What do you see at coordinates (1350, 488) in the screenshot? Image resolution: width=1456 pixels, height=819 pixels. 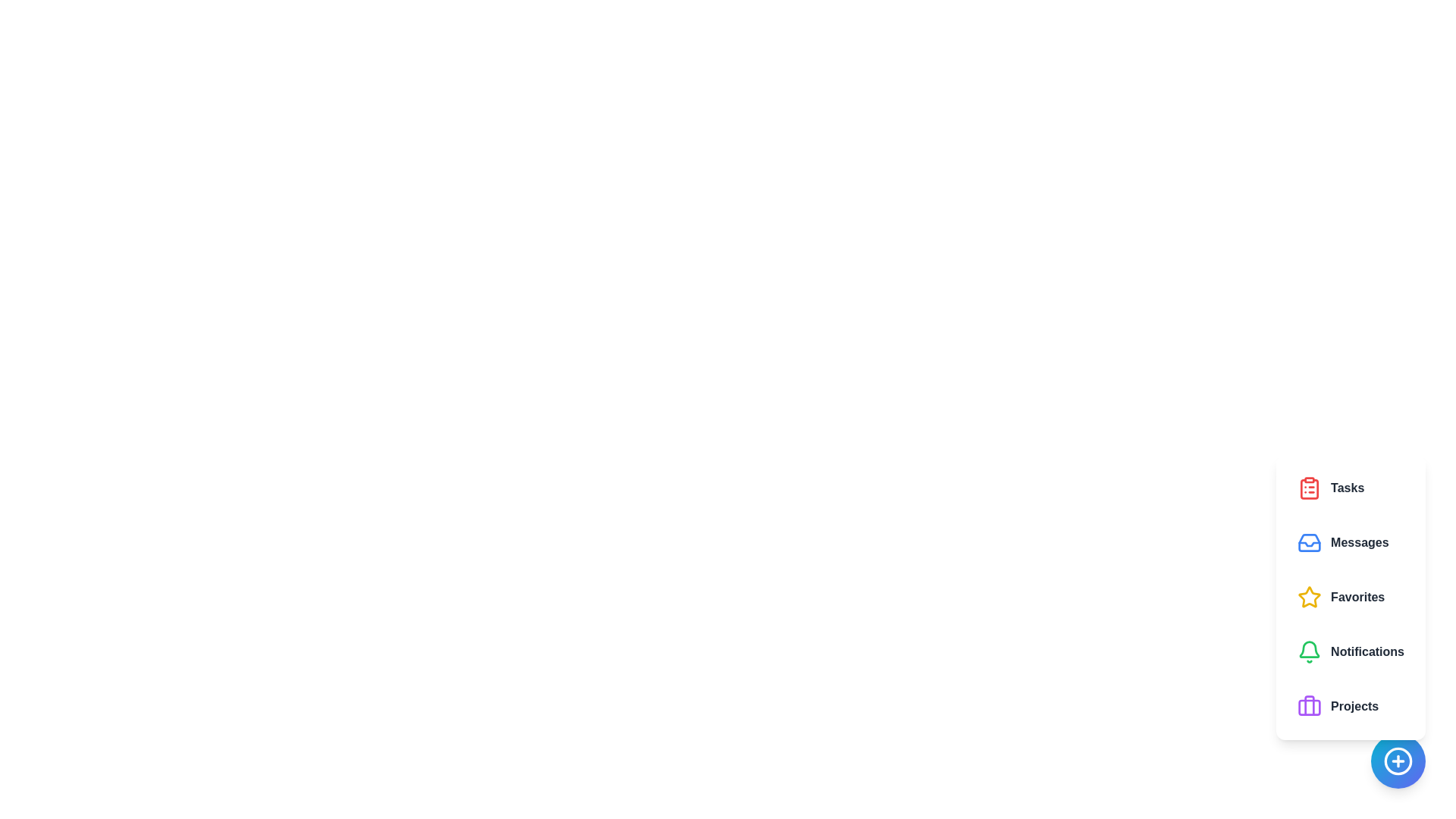 I see `the feature button corresponding to Tasks` at bounding box center [1350, 488].